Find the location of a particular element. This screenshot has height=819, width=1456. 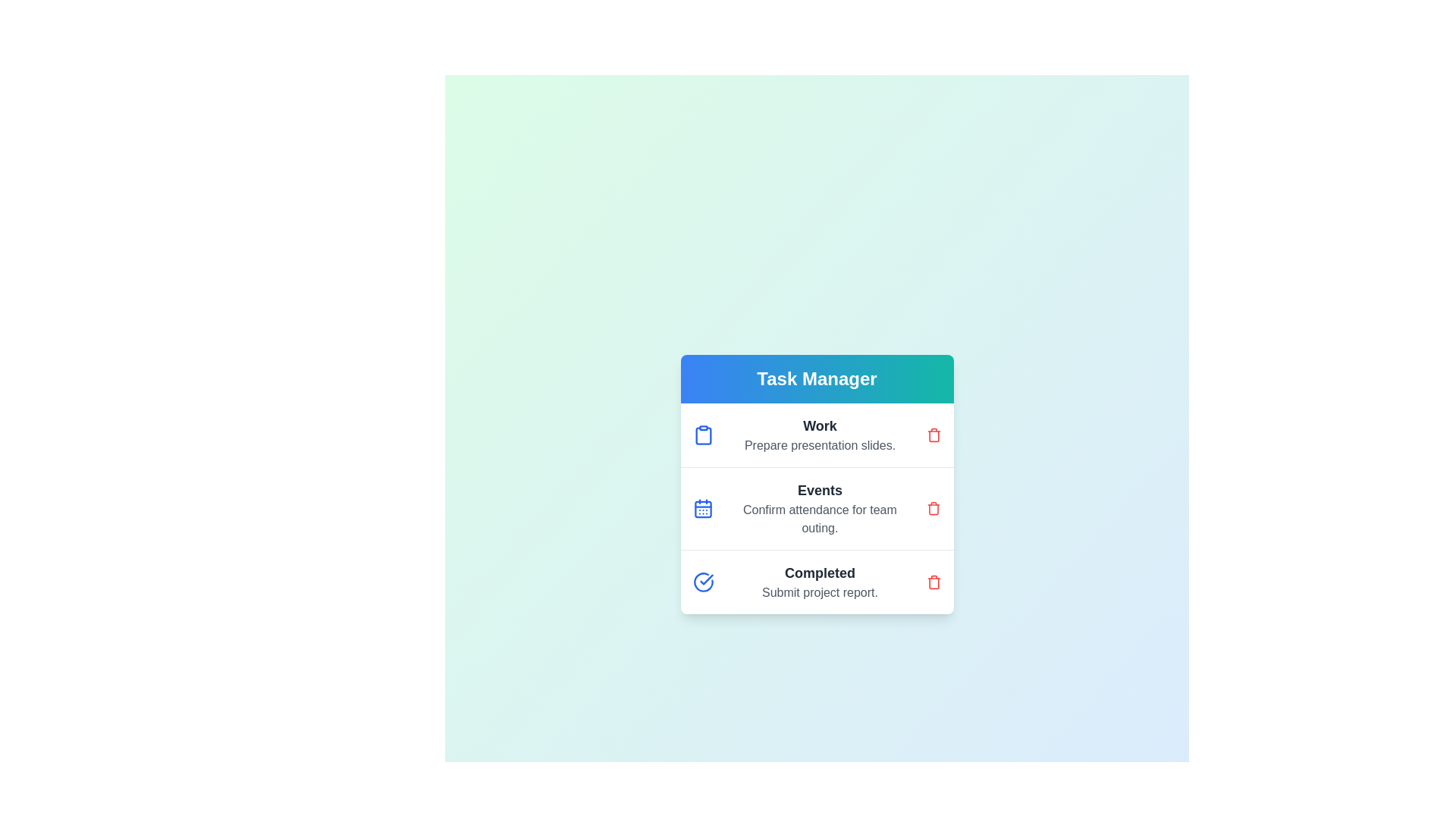

the trash icon for the task with ID 2 to remove it from the list is located at coordinates (933, 509).